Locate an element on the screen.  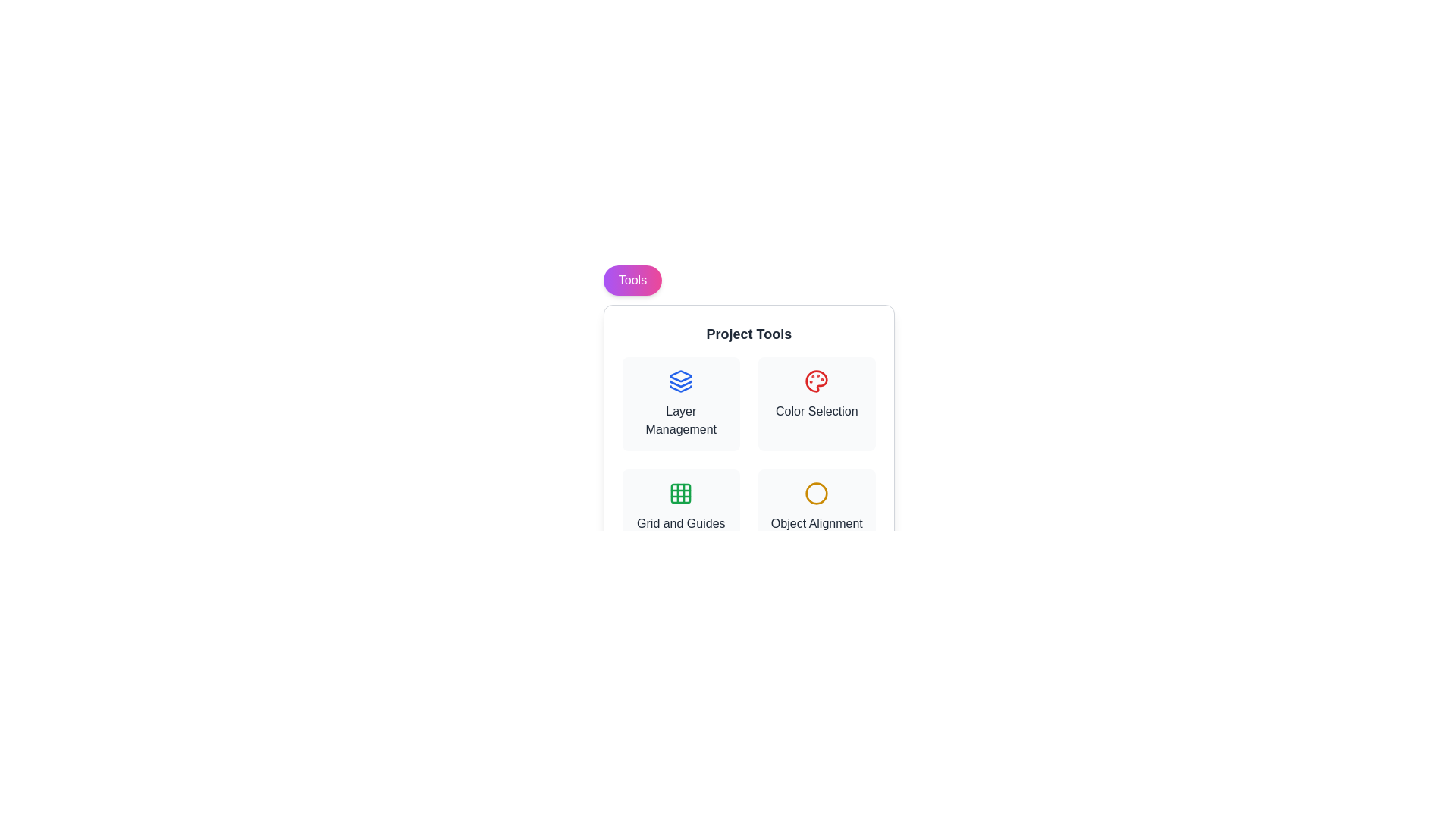
the color selection tool icon, which is the first icon in the second column of a 2x2 grid layout in the 'Color Selection' card is located at coordinates (816, 380).